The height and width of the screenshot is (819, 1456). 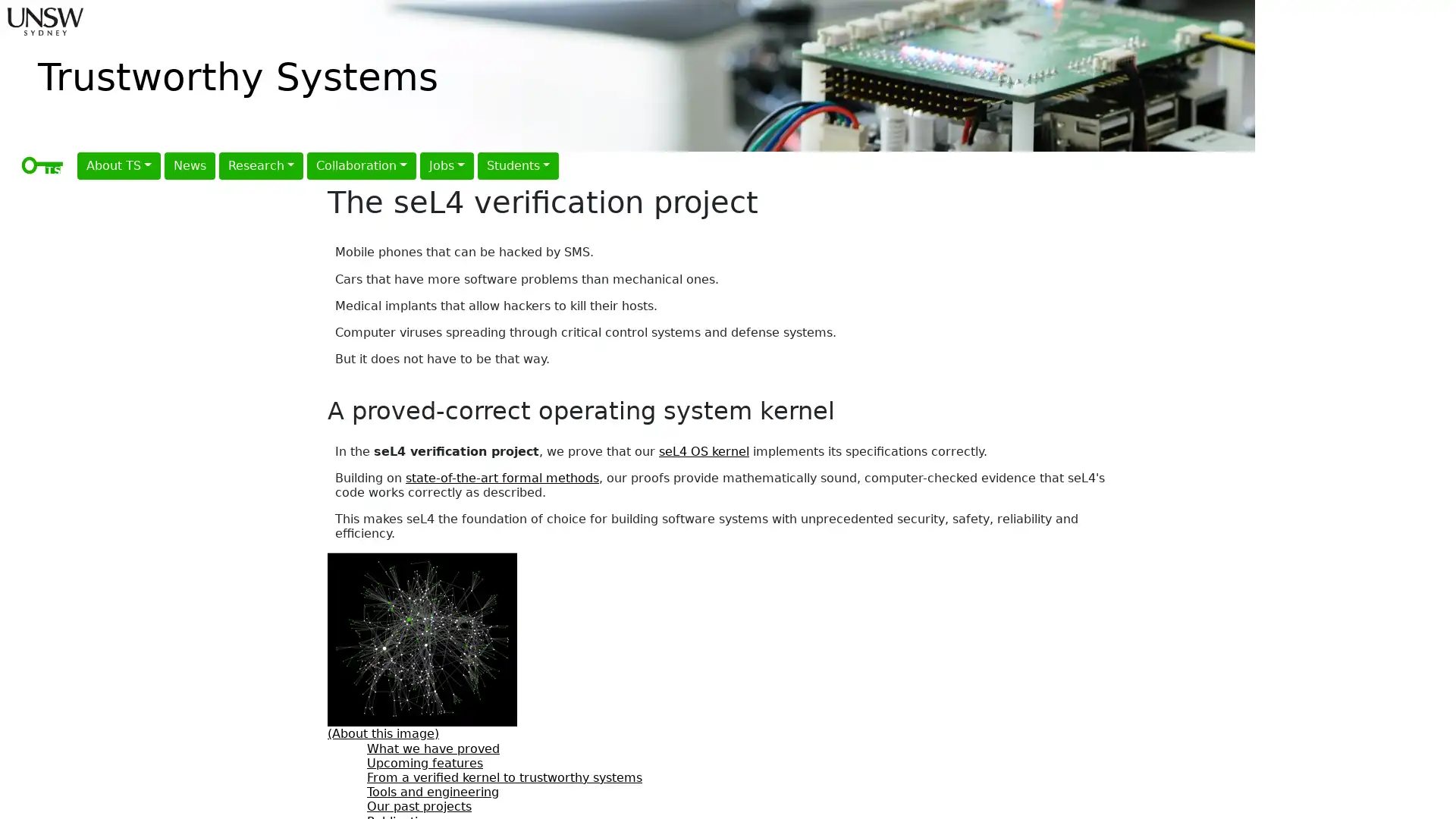 What do you see at coordinates (261, 165) in the screenshot?
I see `Research` at bounding box center [261, 165].